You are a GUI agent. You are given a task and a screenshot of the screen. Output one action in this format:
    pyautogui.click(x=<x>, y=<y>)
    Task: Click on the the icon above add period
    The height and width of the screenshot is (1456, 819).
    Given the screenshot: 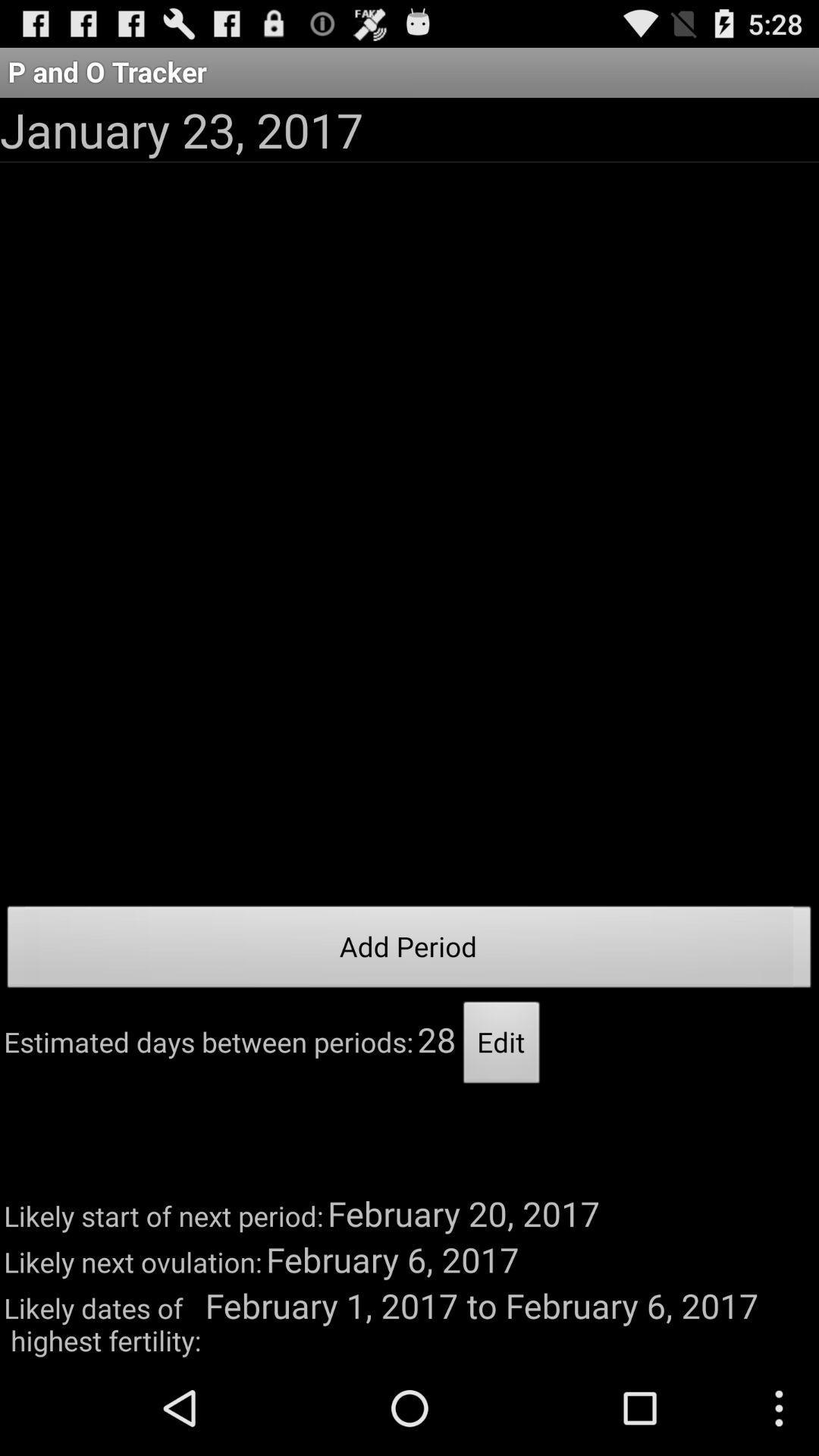 What is the action you would take?
    pyautogui.click(x=180, y=130)
    